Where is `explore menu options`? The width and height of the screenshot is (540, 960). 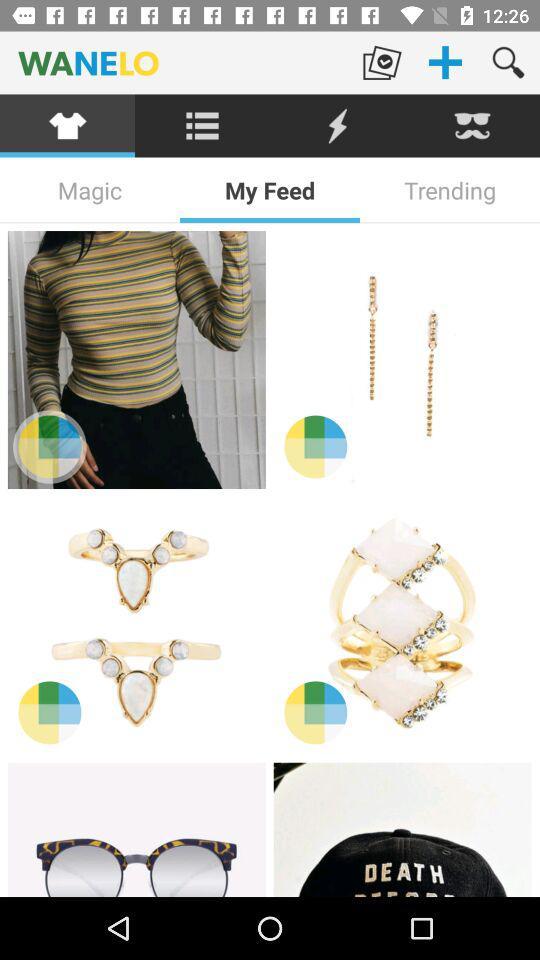
explore menu options is located at coordinates (202, 125).